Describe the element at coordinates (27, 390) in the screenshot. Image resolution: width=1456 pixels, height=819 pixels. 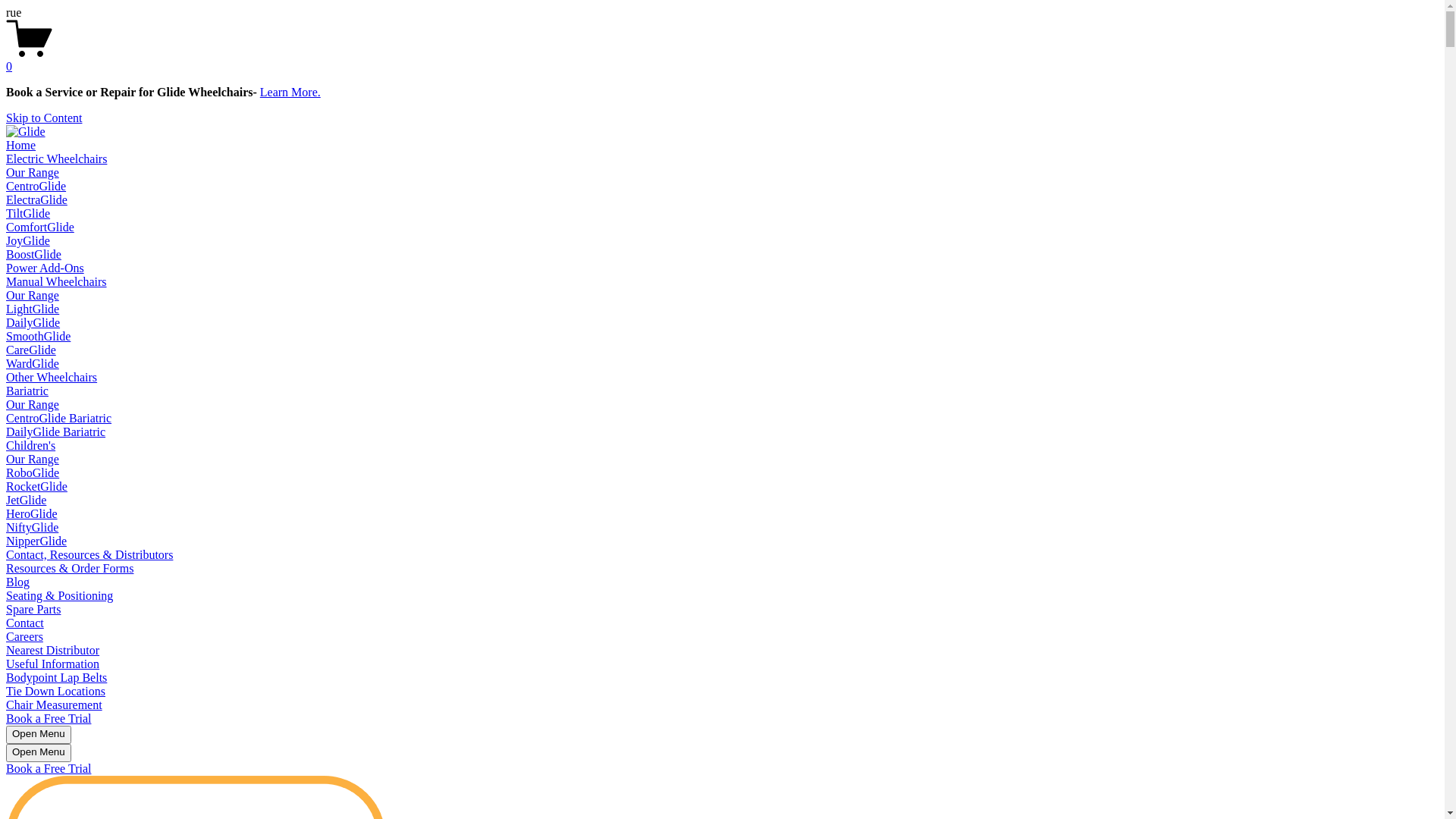
I see `'Bariatric'` at that location.